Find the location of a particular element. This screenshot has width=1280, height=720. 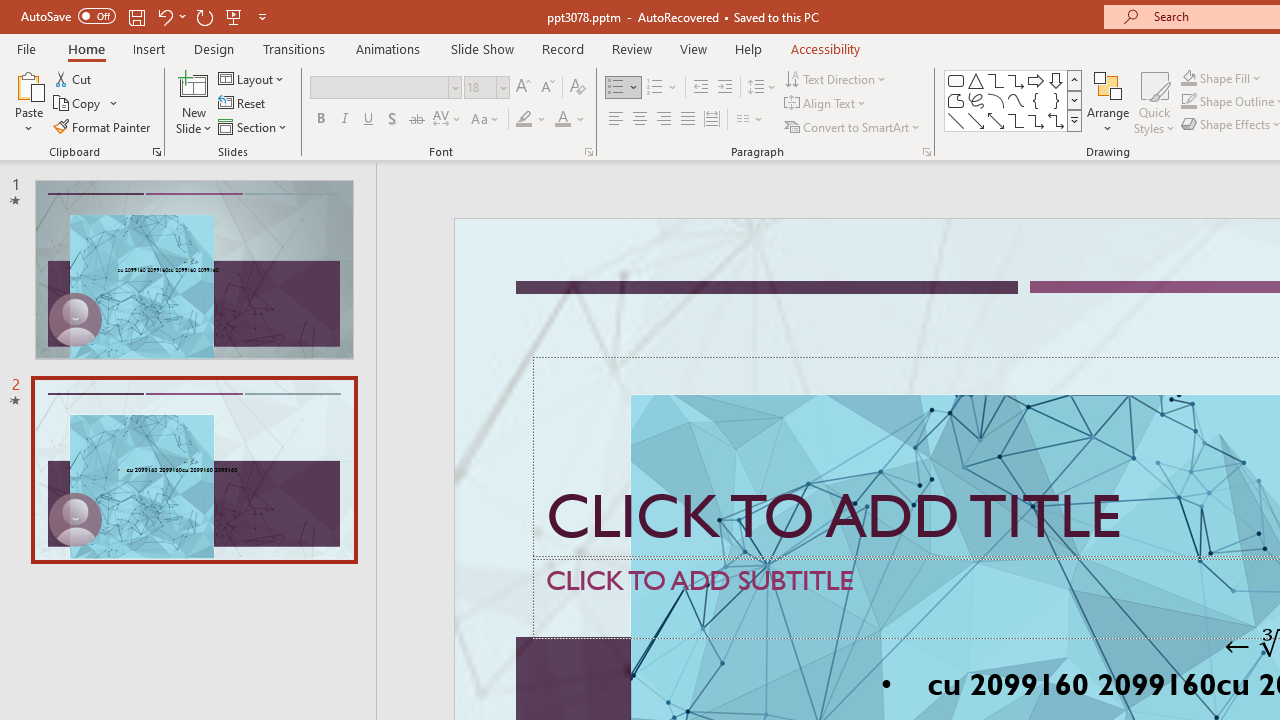

'Center' is located at coordinates (640, 119).